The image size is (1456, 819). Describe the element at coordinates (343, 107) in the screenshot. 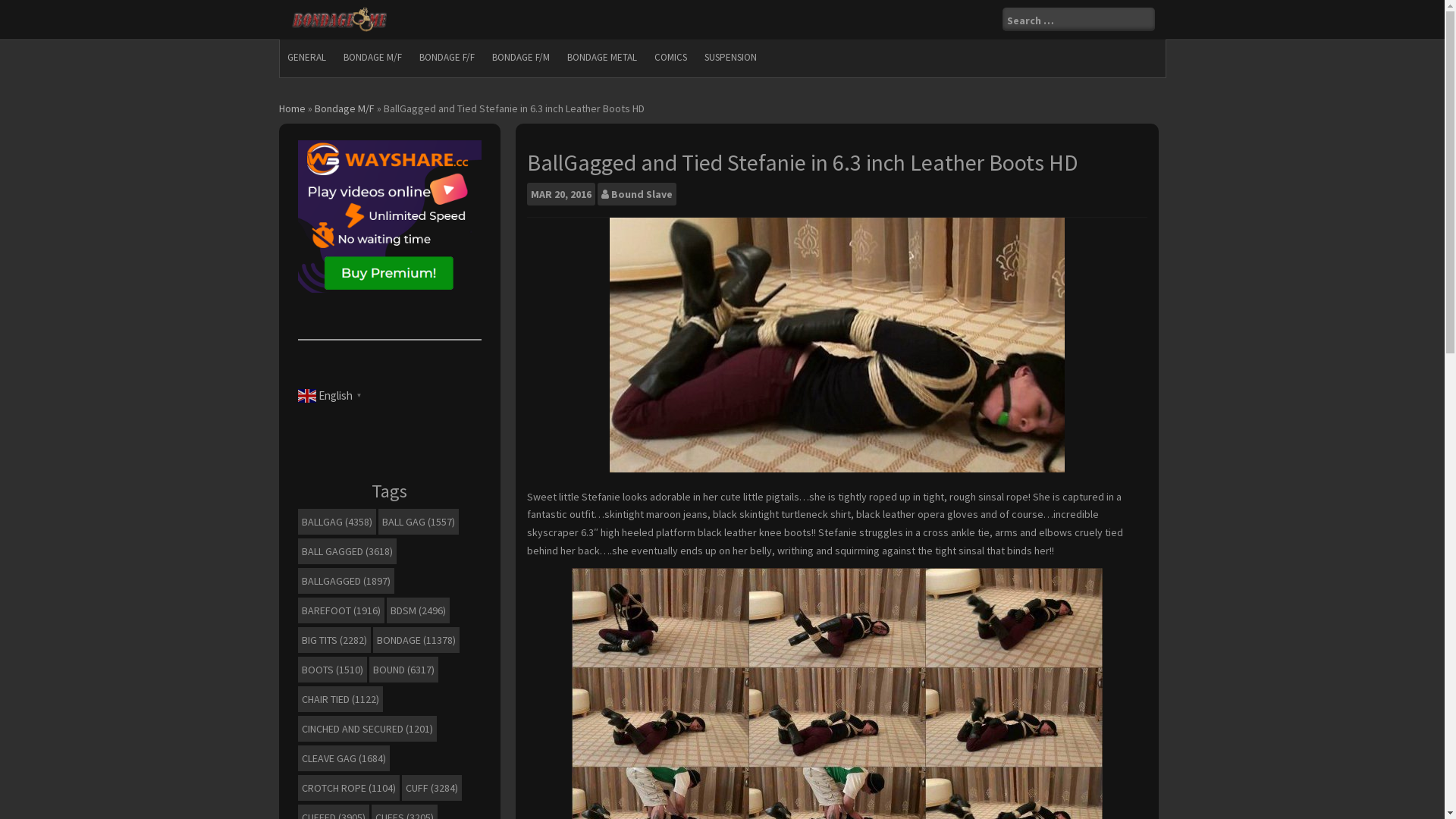

I see `'Bondage M/F'` at that location.